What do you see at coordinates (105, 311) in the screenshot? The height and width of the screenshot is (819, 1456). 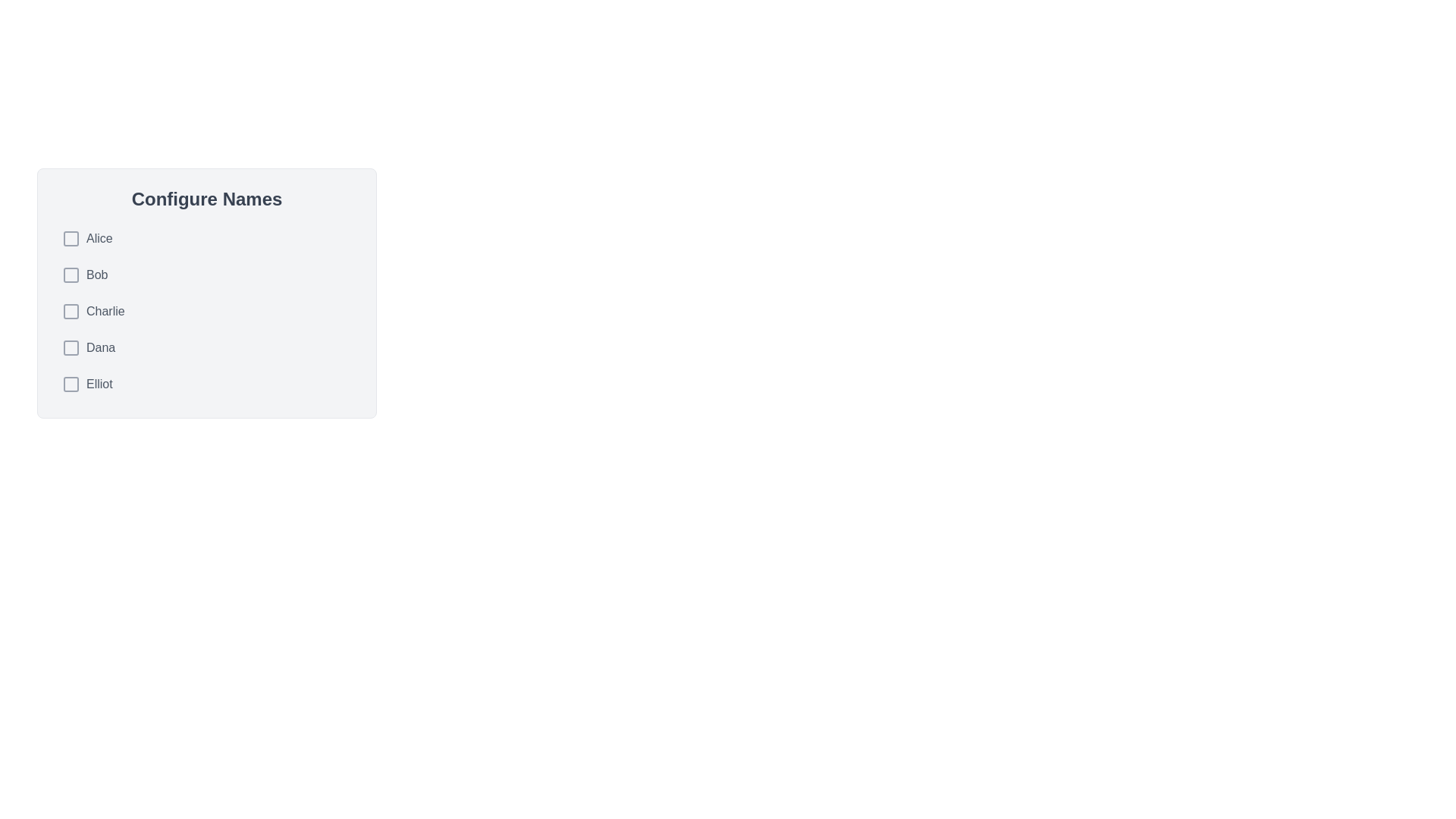 I see `the descriptive label for the checkbox associated with the option 'Charlie', which is the third item in a vertical list of checkbox and label pairs` at bounding box center [105, 311].